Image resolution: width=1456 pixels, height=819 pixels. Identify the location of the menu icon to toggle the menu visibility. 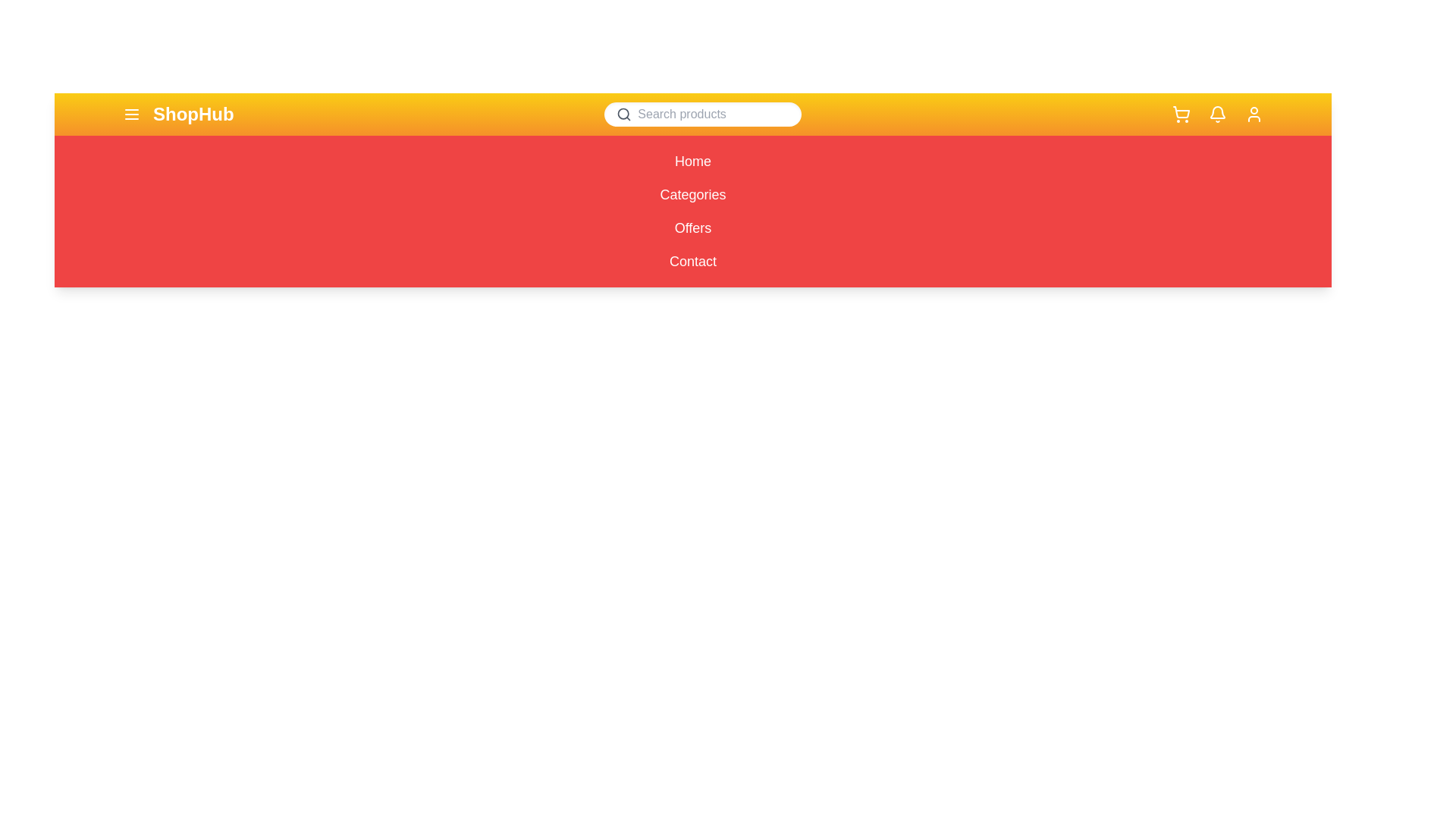
(131, 113).